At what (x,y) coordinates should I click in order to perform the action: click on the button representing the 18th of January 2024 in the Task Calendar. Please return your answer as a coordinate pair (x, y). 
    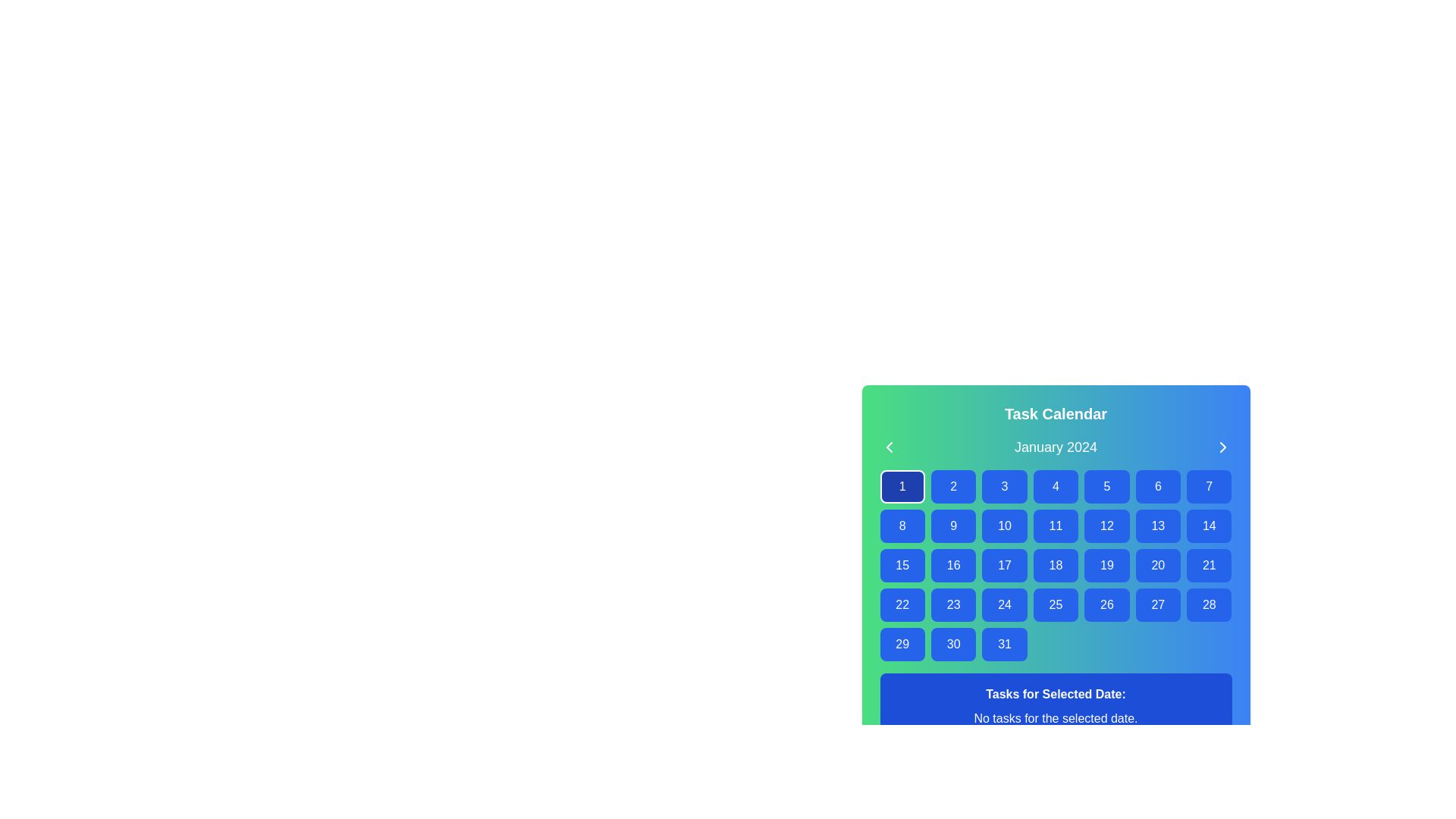
    Looking at the image, I should click on (1055, 565).